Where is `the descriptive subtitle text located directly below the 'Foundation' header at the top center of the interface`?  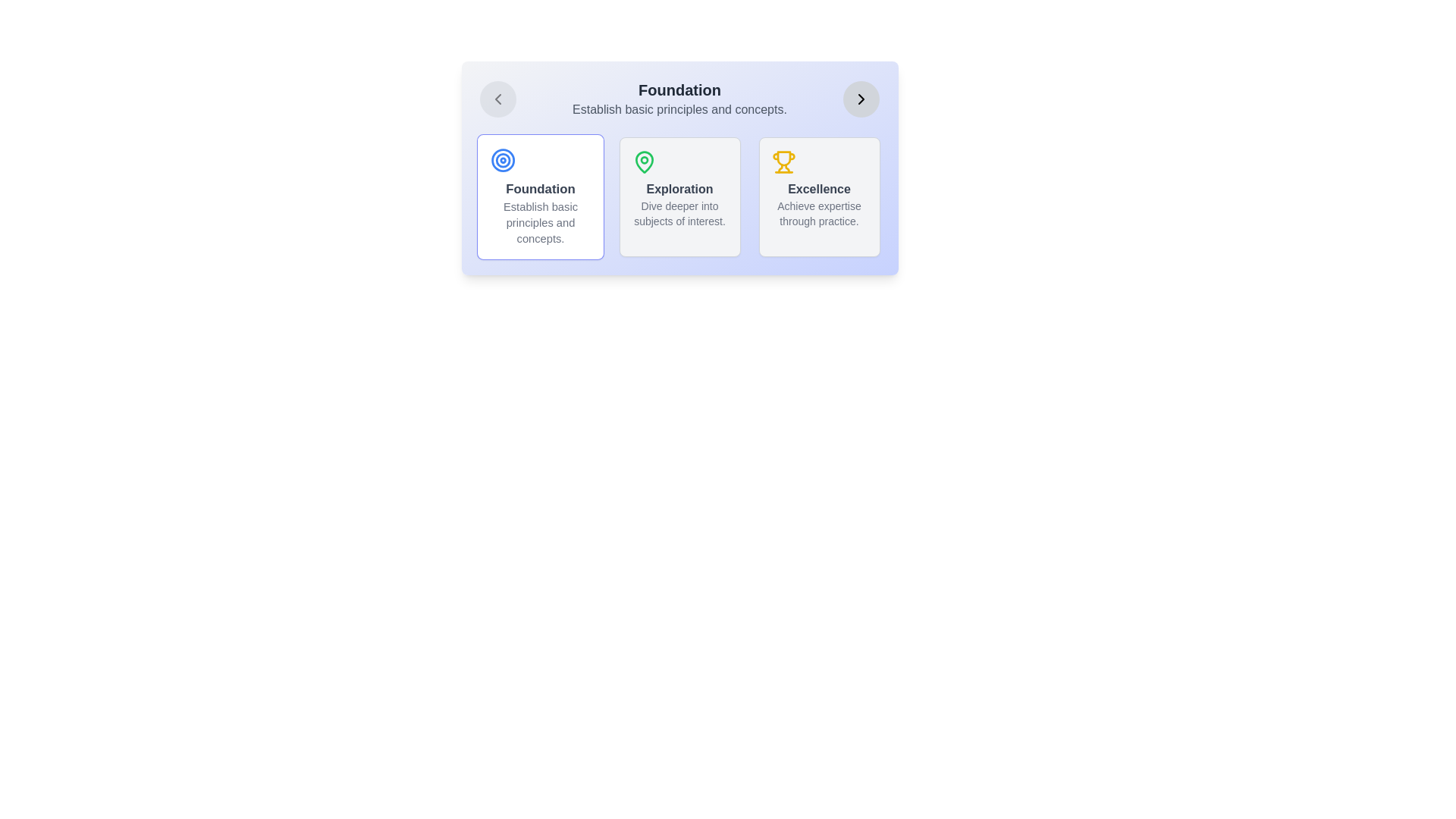
the descriptive subtitle text located directly below the 'Foundation' header at the top center of the interface is located at coordinates (679, 109).